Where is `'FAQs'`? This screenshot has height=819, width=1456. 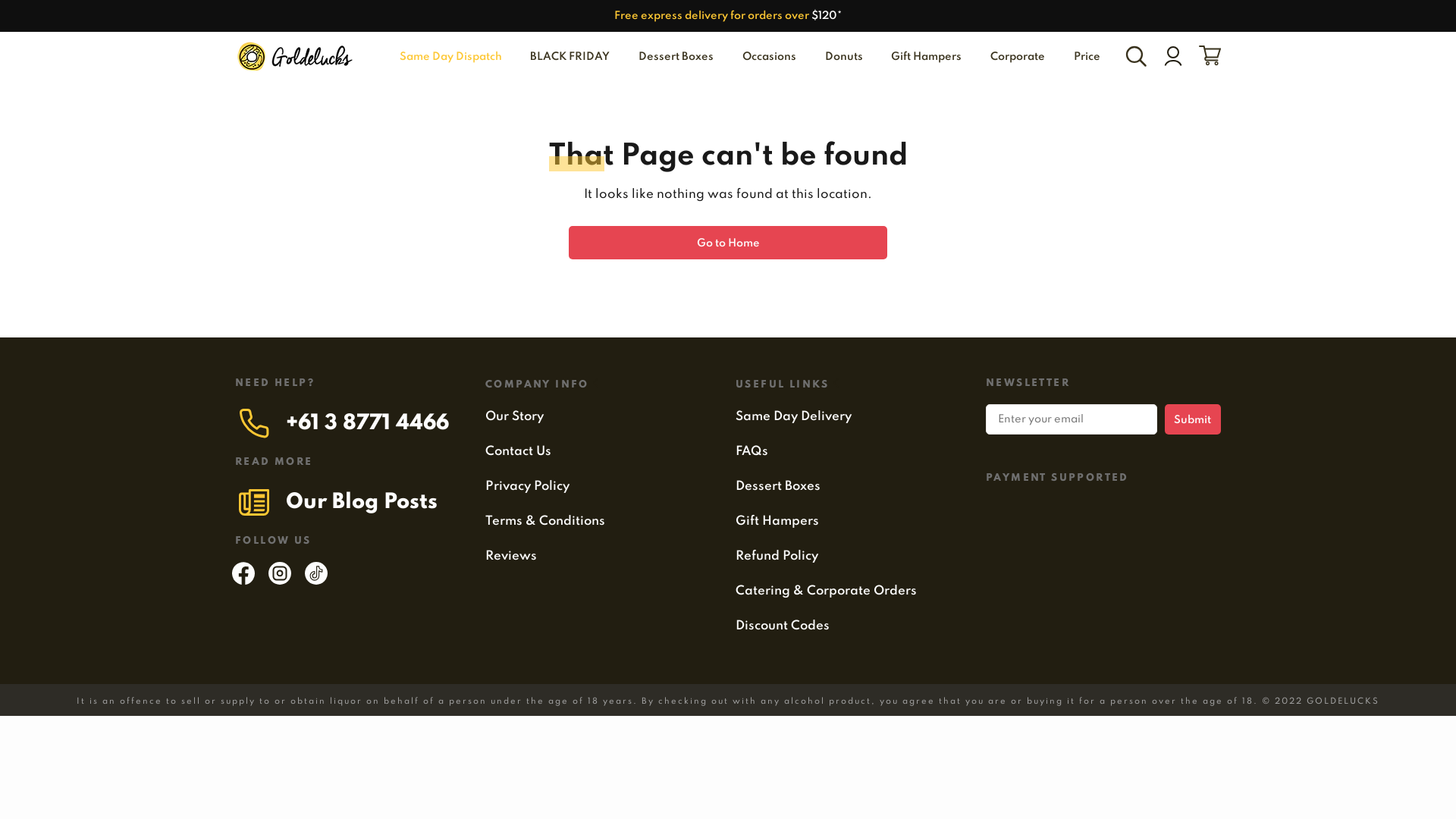 'FAQs' is located at coordinates (752, 450).